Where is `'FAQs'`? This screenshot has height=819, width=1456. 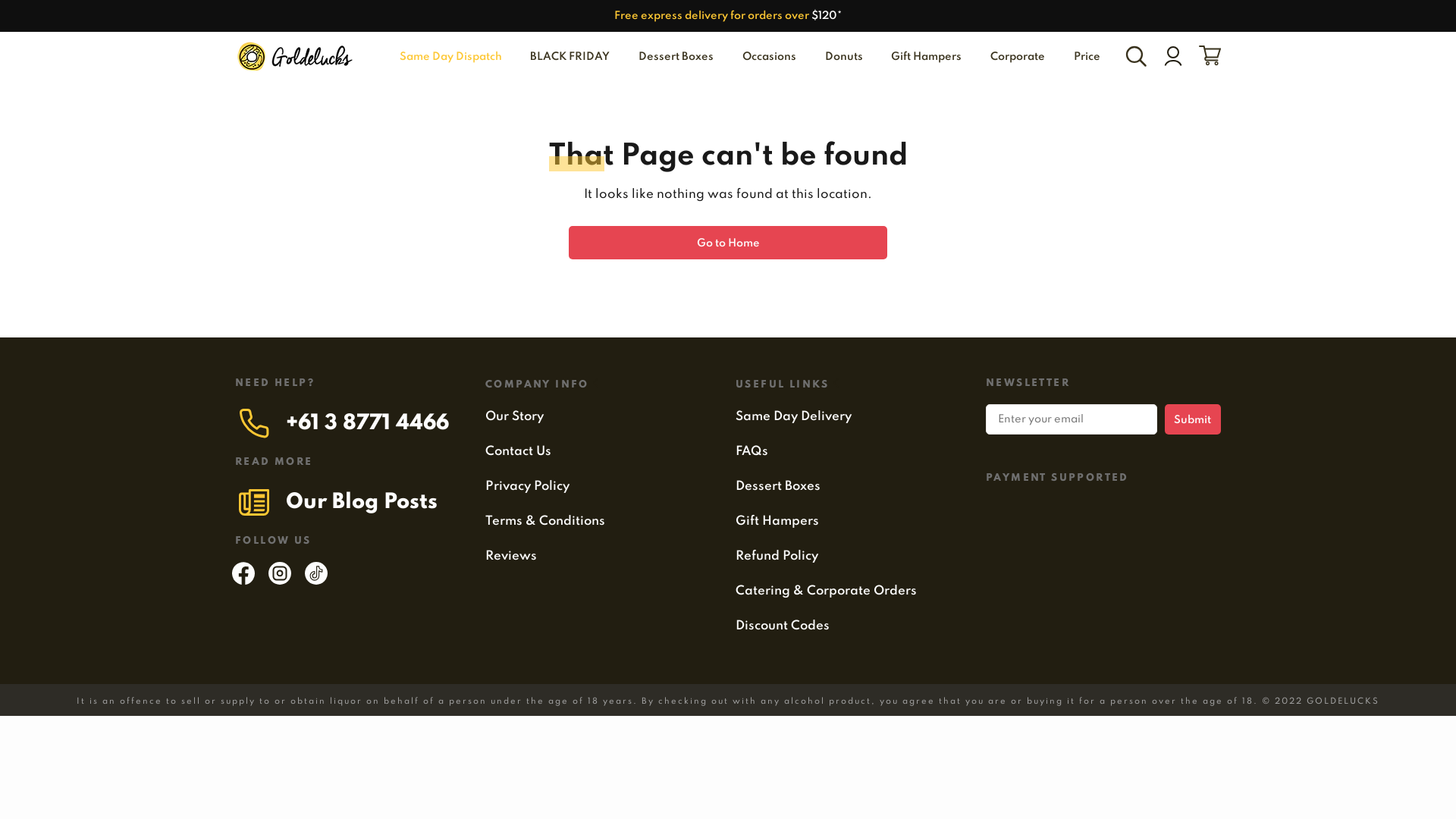 'FAQs' is located at coordinates (752, 450).